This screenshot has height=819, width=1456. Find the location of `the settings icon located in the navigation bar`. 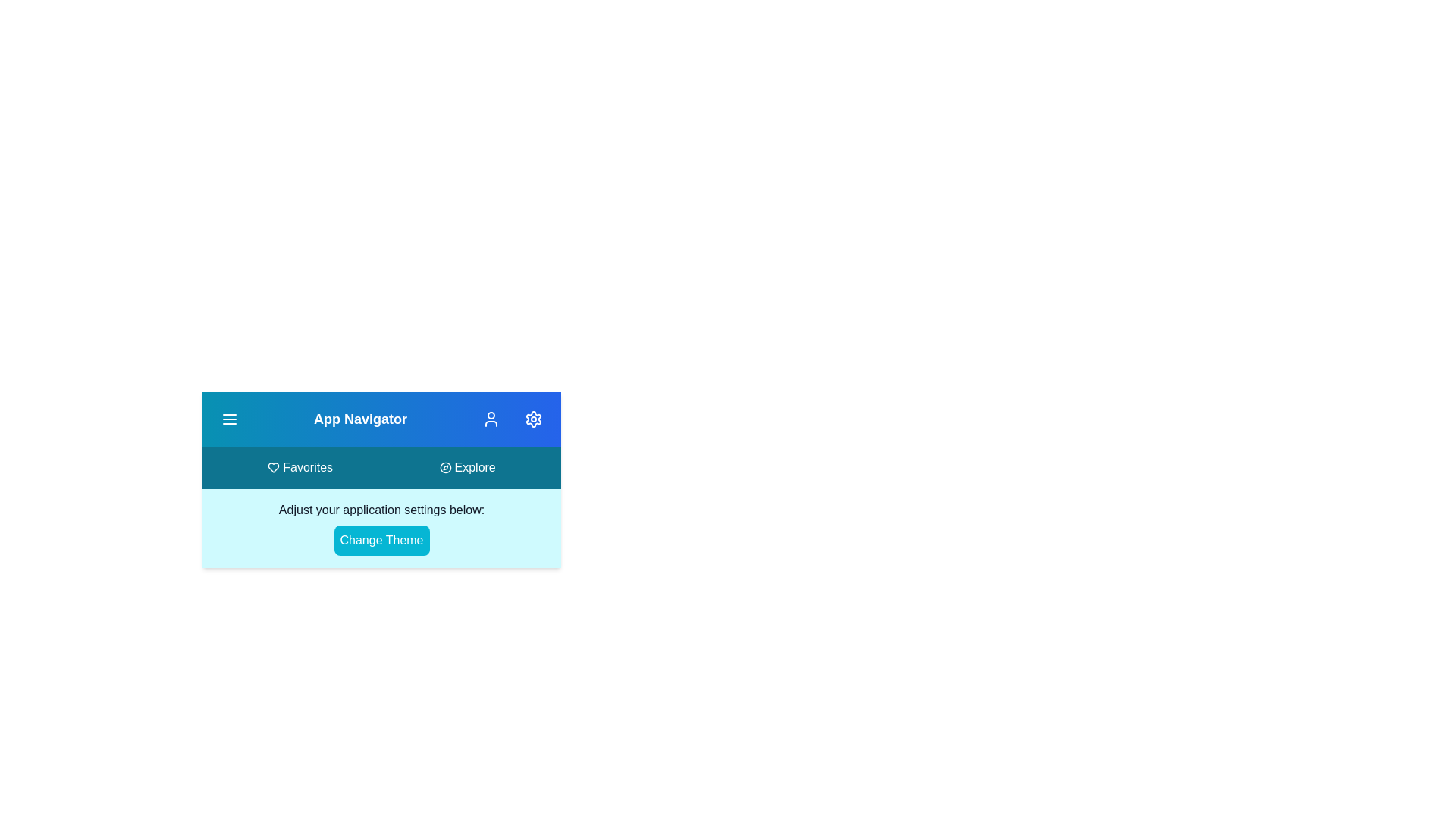

the settings icon located in the navigation bar is located at coordinates (534, 419).